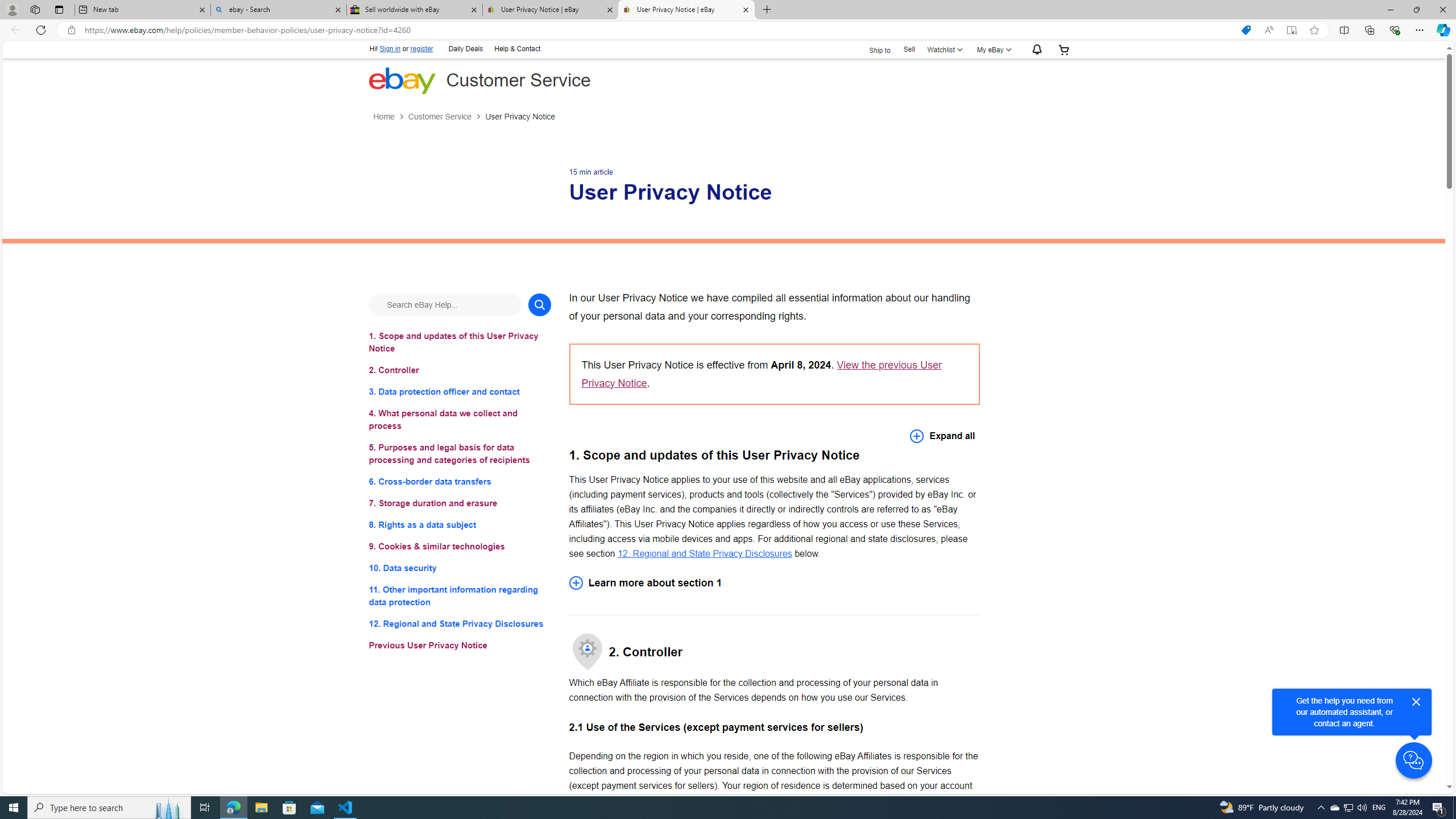 The image size is (1456, 819). Describe the element at coordinates (390, 48) in the screenshot. I see `'Sign in'` at that location.